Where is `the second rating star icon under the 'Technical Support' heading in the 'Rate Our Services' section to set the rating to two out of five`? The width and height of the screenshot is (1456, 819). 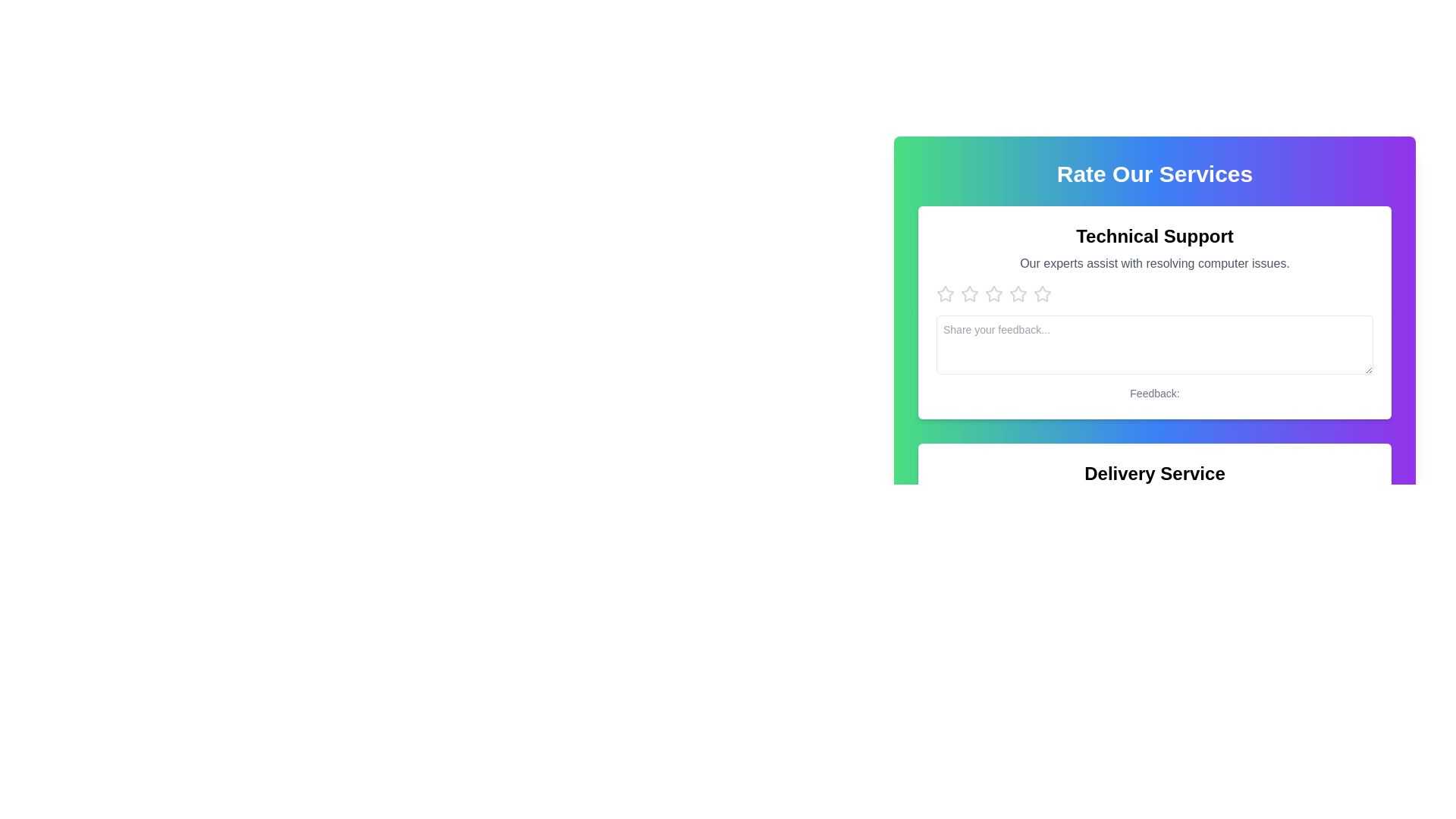 the second rating star icon under the 'Technical Support' heading in the 'Rate Our Services' section to set the rating to two out of five is located at coordinates (1018, 293).